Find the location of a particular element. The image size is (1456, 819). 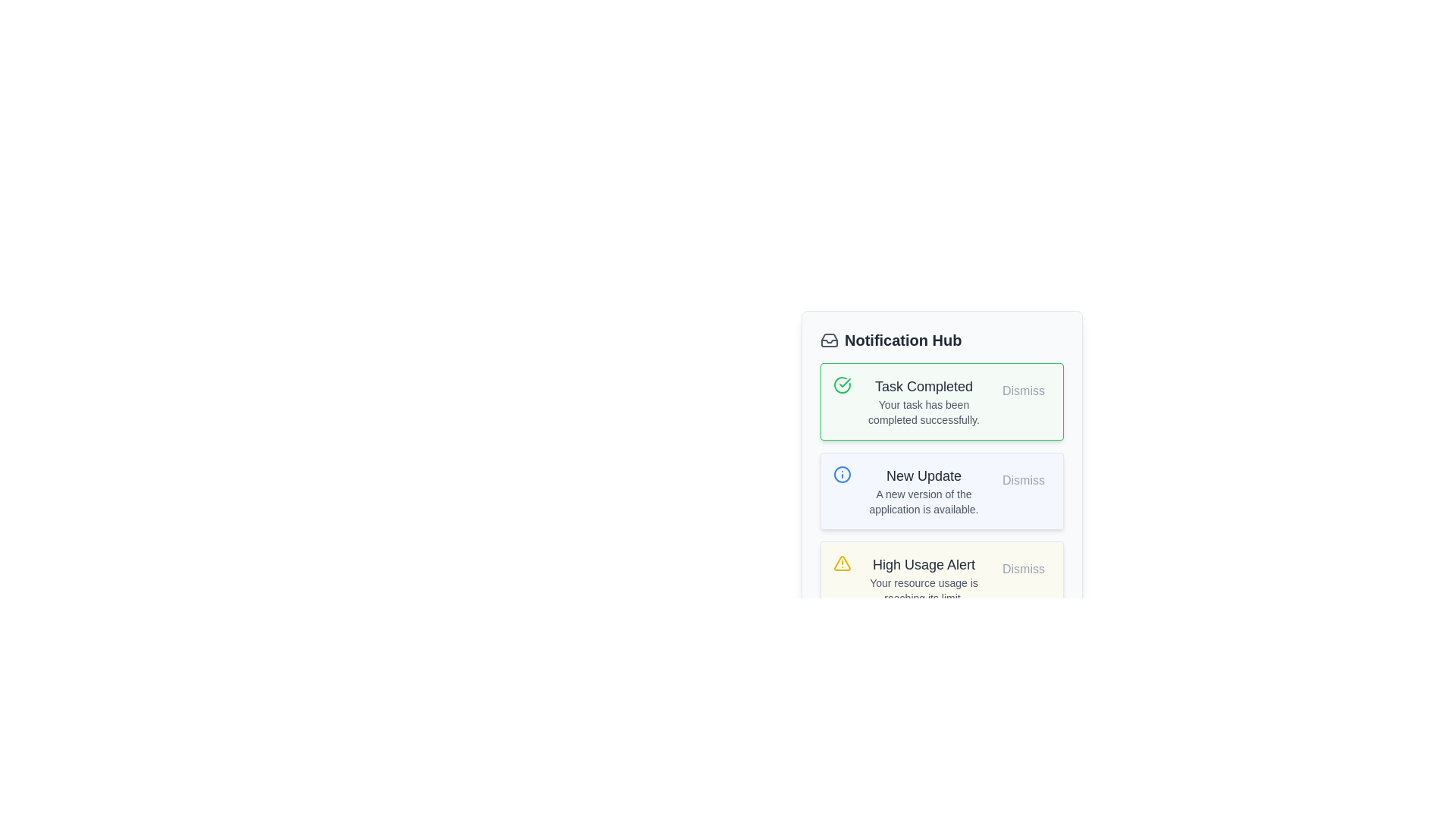

the heading Text label in the green-outlined notification card that summarizes the completion status of a task, located above the text 'Your task has been completed successfully.' is located at coordinates (923, 385).